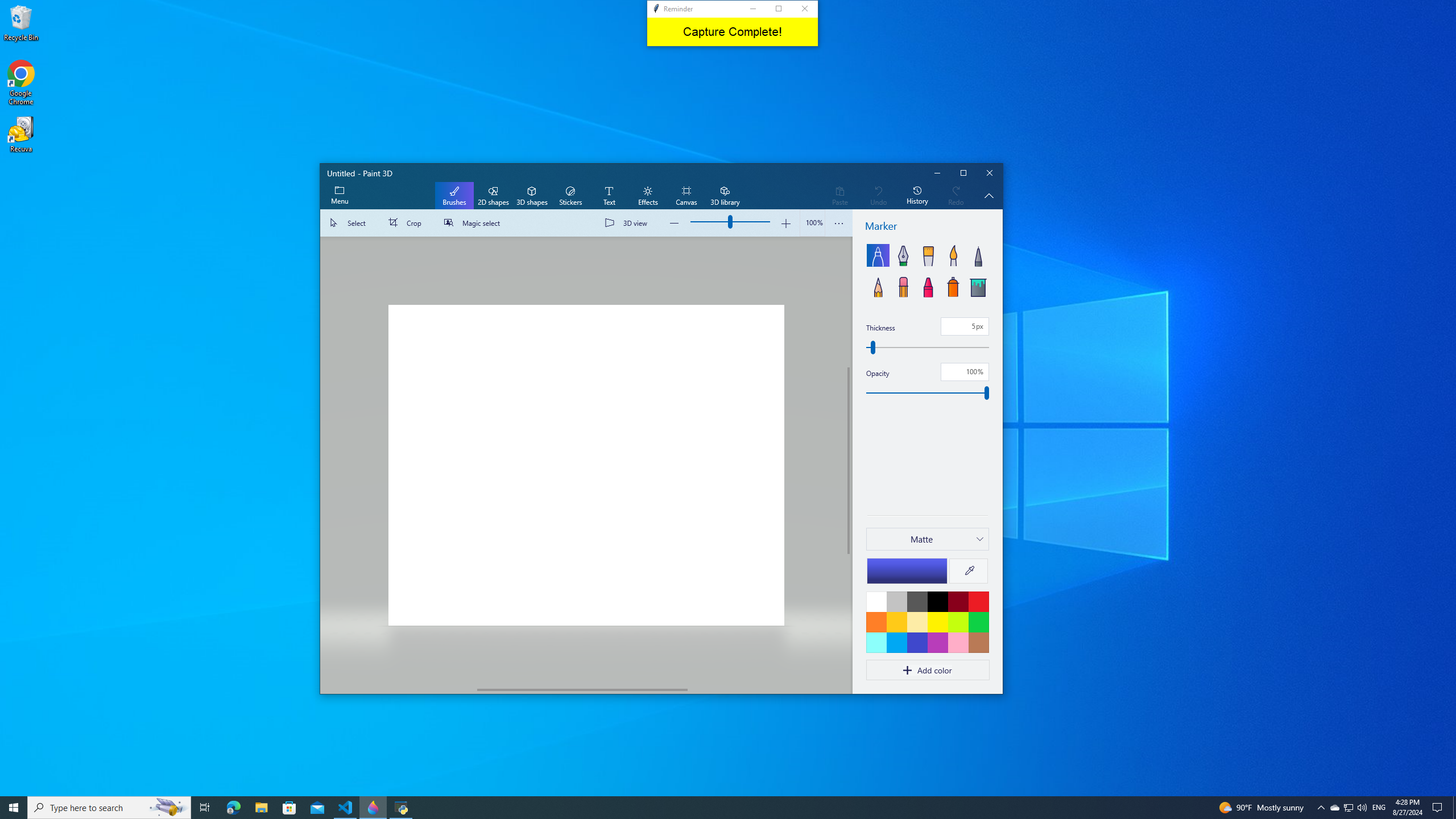 Image resolution: width=1456 pixels, height=819 pixels. I want to click on 'Calligraphy pen', so click(902, 255).